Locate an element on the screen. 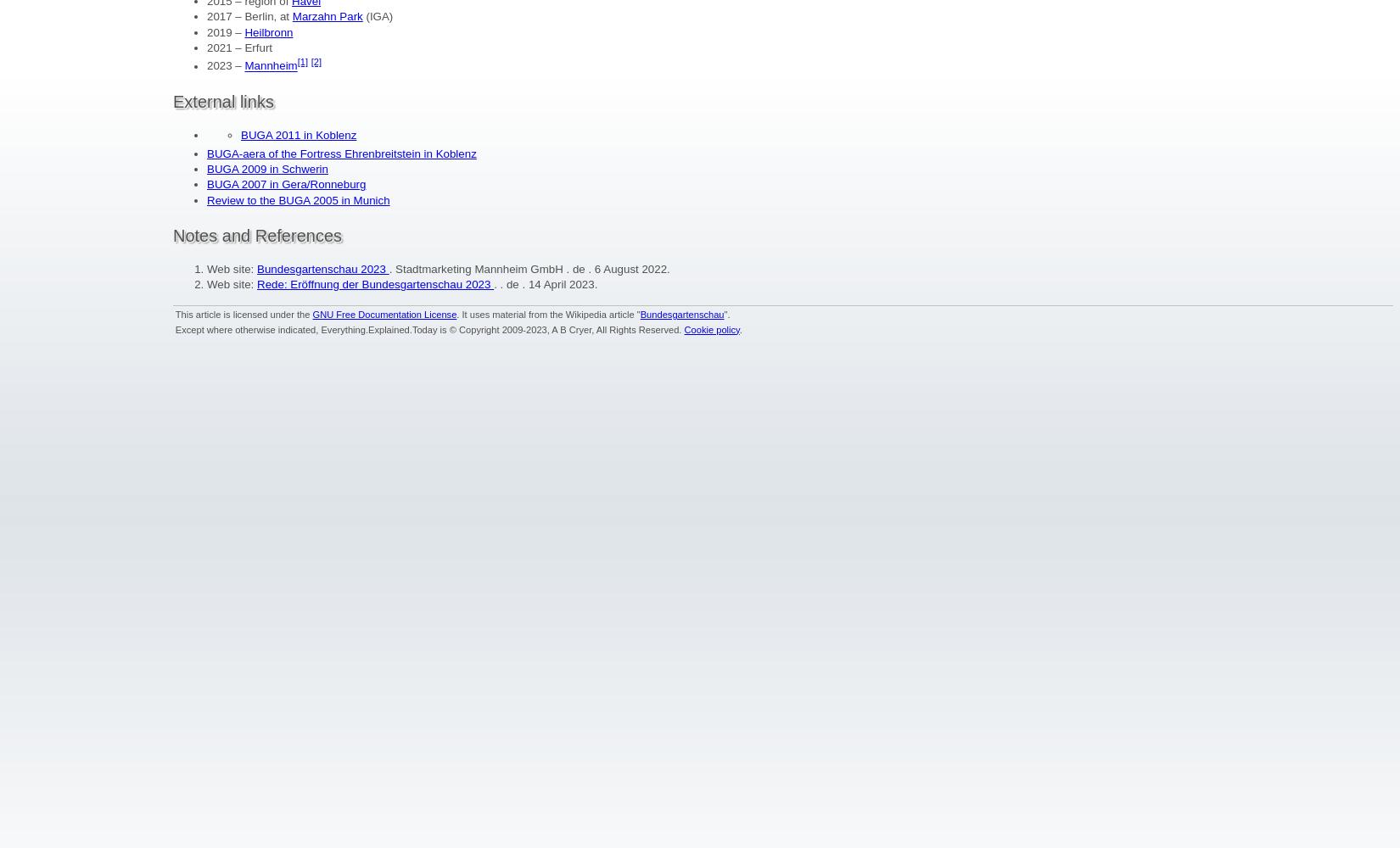 This screenshot has width=1400, height=848. 'External links' is located at coordinates (172, 101).